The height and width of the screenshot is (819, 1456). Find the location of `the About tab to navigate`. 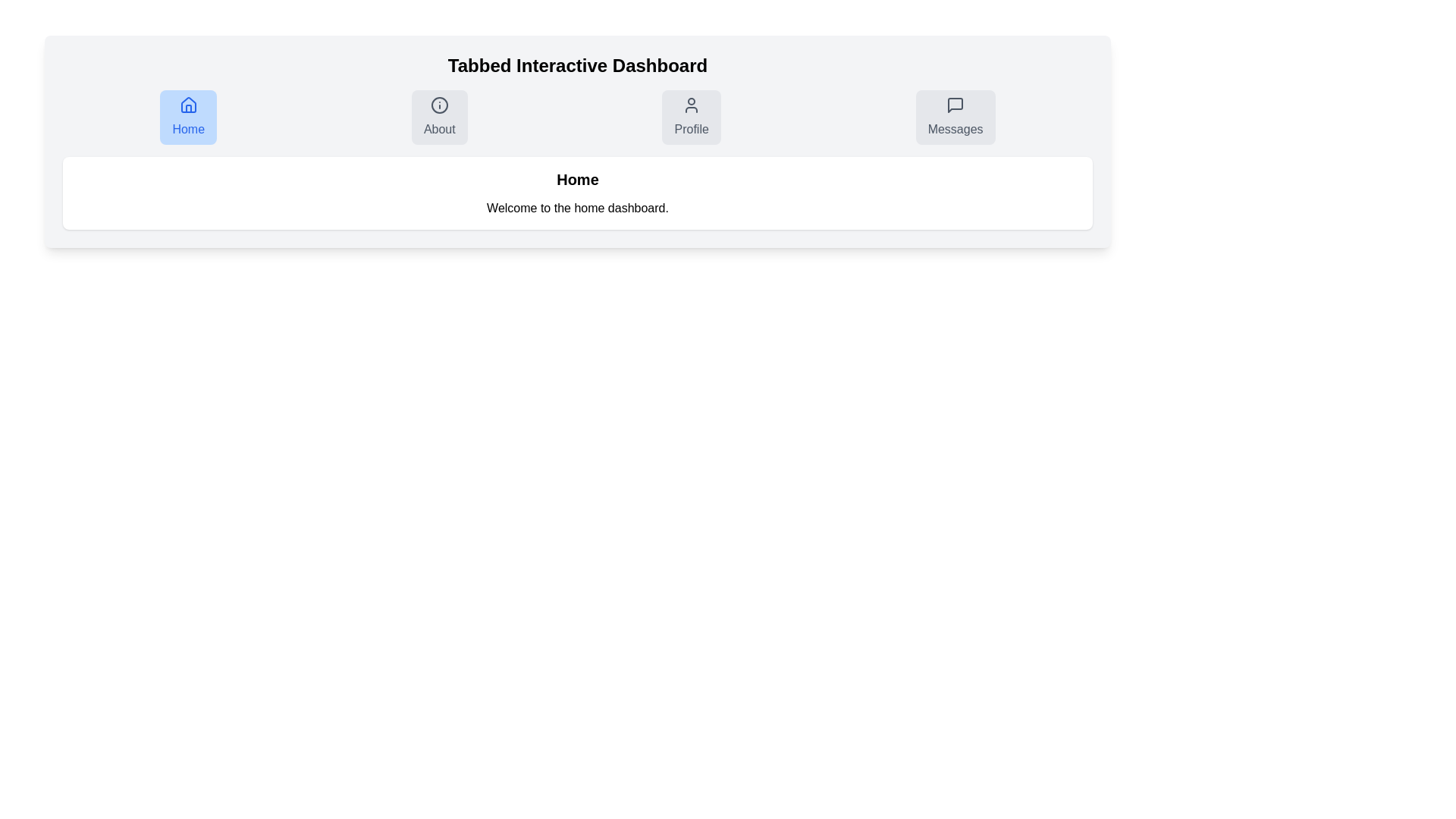

the About tab to navigate is located at coordinates (438, 116).